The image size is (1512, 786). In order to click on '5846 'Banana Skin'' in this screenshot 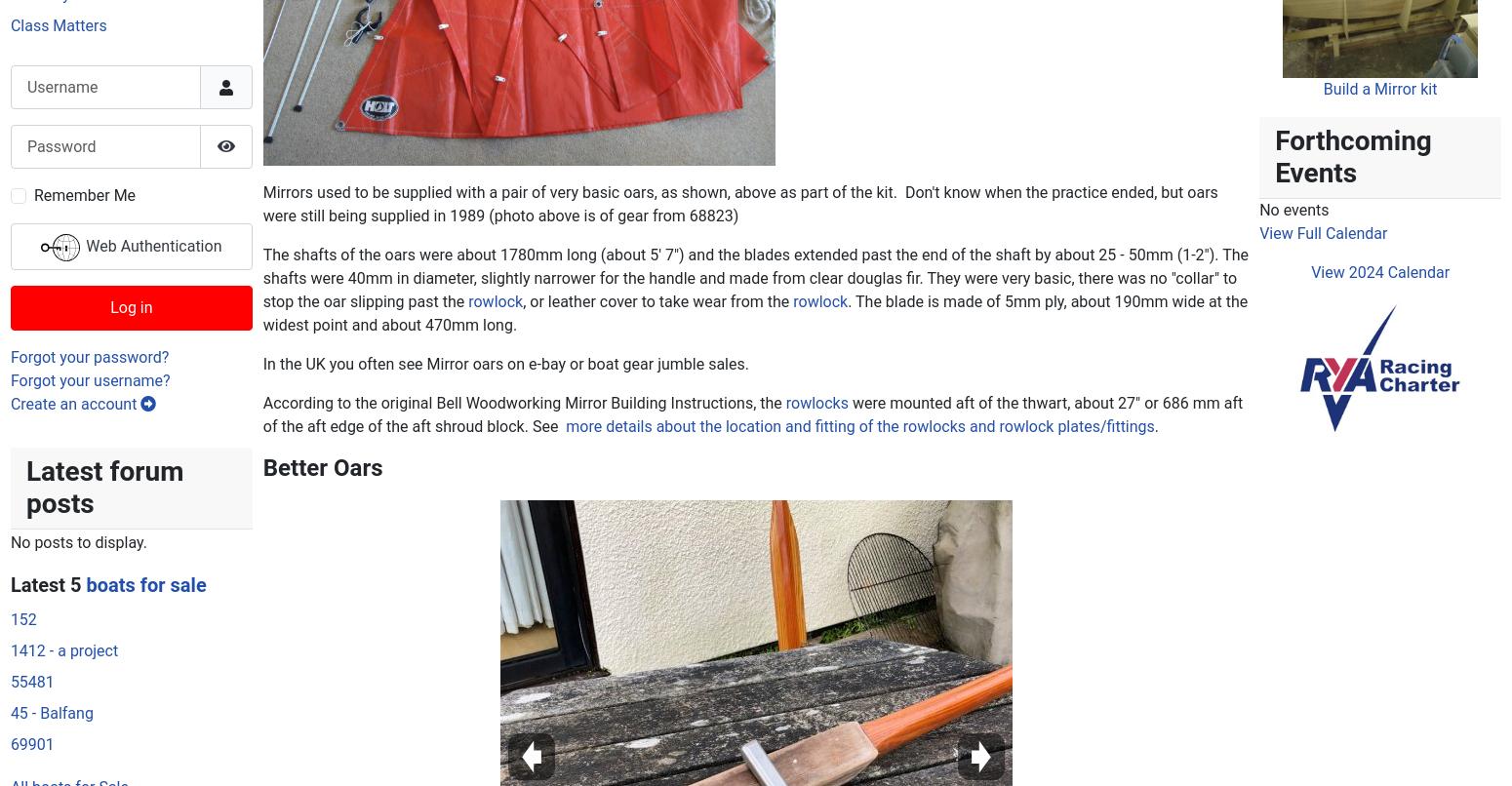, I will do `click(1057, 698)`.